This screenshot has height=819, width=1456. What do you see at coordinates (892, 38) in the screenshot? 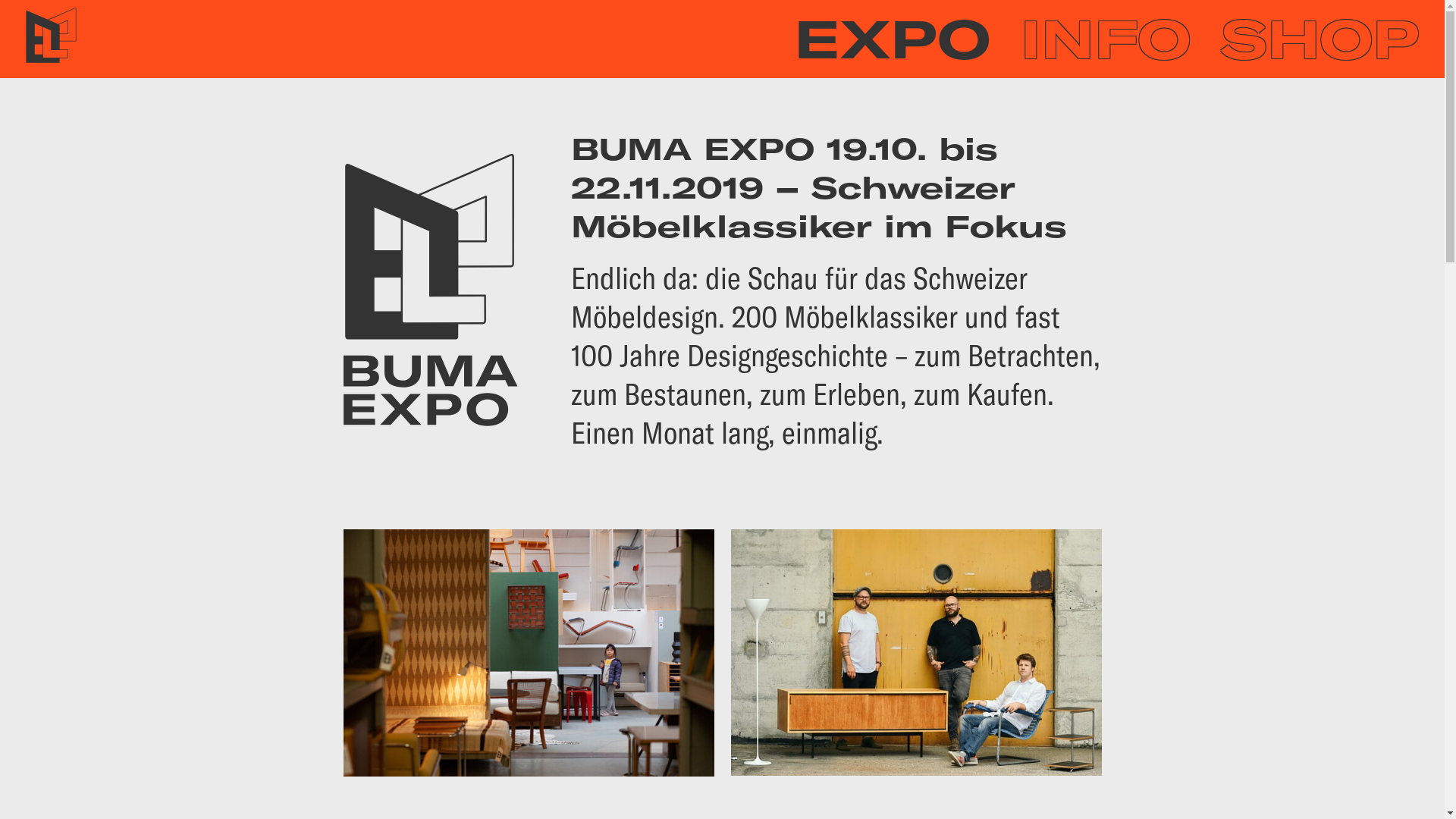
I see `'EXPO'` at bounding box center [892, 38].